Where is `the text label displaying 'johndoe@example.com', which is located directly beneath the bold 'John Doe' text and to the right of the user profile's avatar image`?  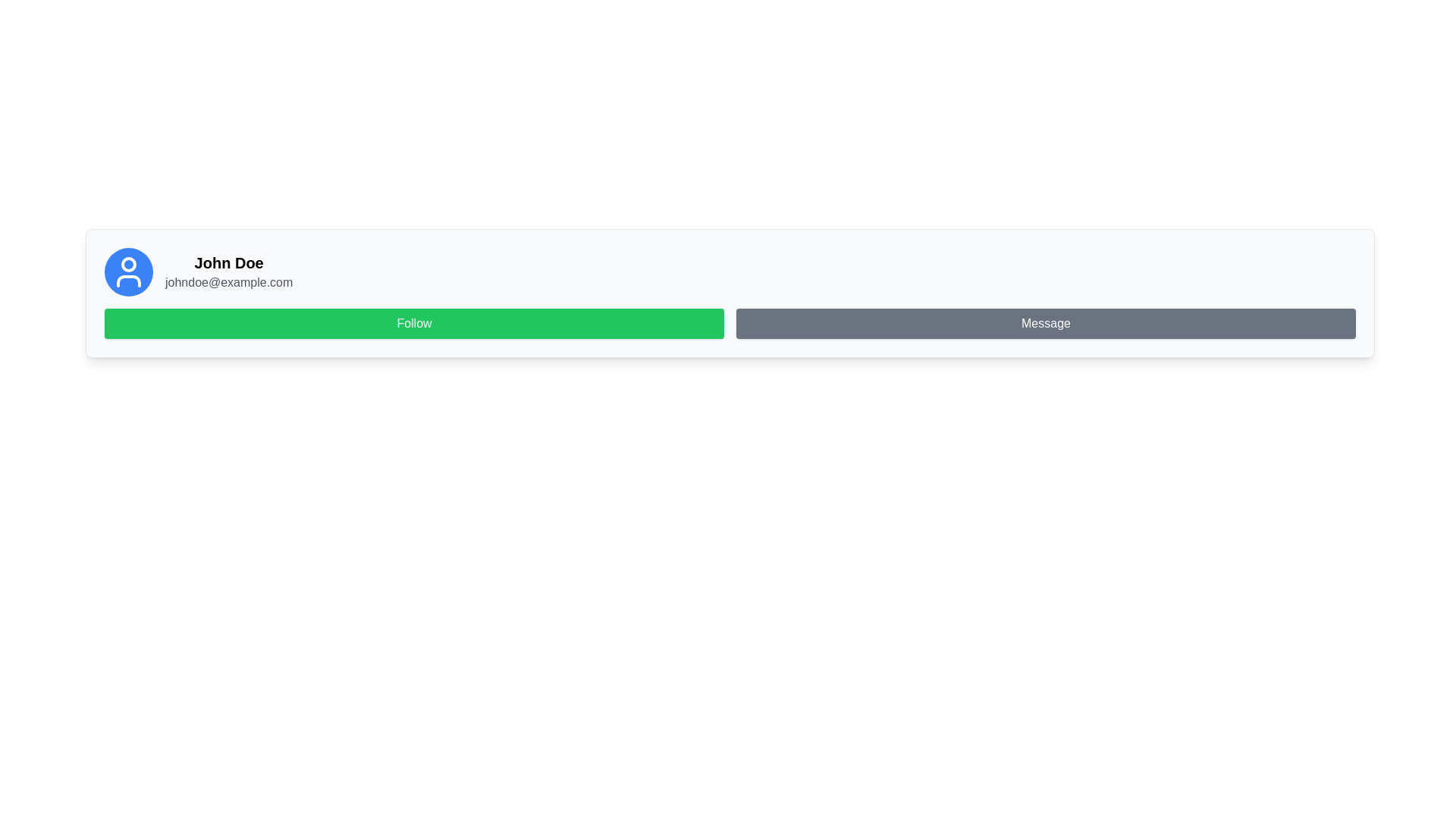
the text label displaying 'johndoe@example.com', which is located directly beneath the bold 'John Doe' text and to the right of the user profile's avatar image is located at coordinates (228, 283).